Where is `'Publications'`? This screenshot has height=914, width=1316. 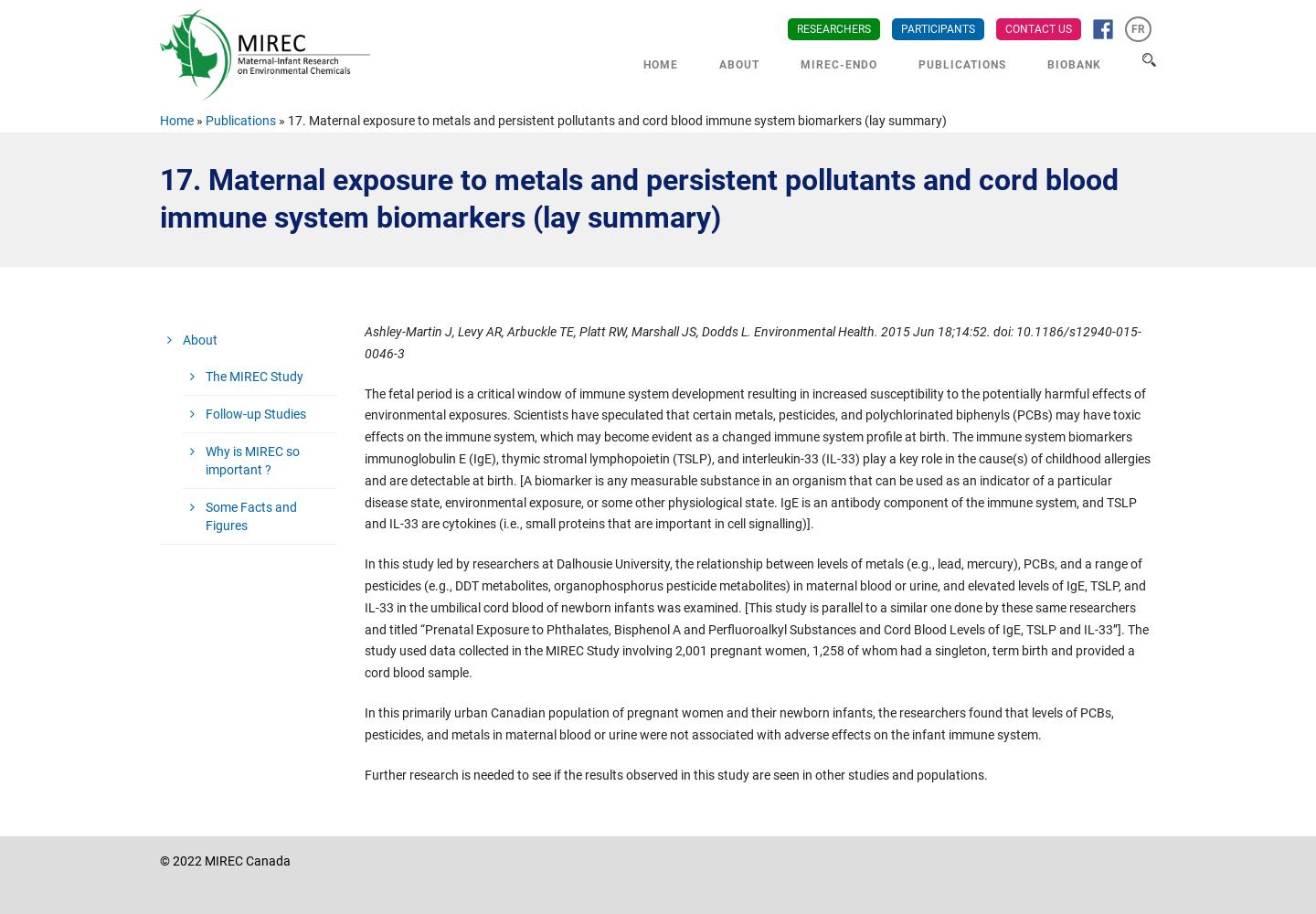
'Publications' is located at coordinates (239, 121).